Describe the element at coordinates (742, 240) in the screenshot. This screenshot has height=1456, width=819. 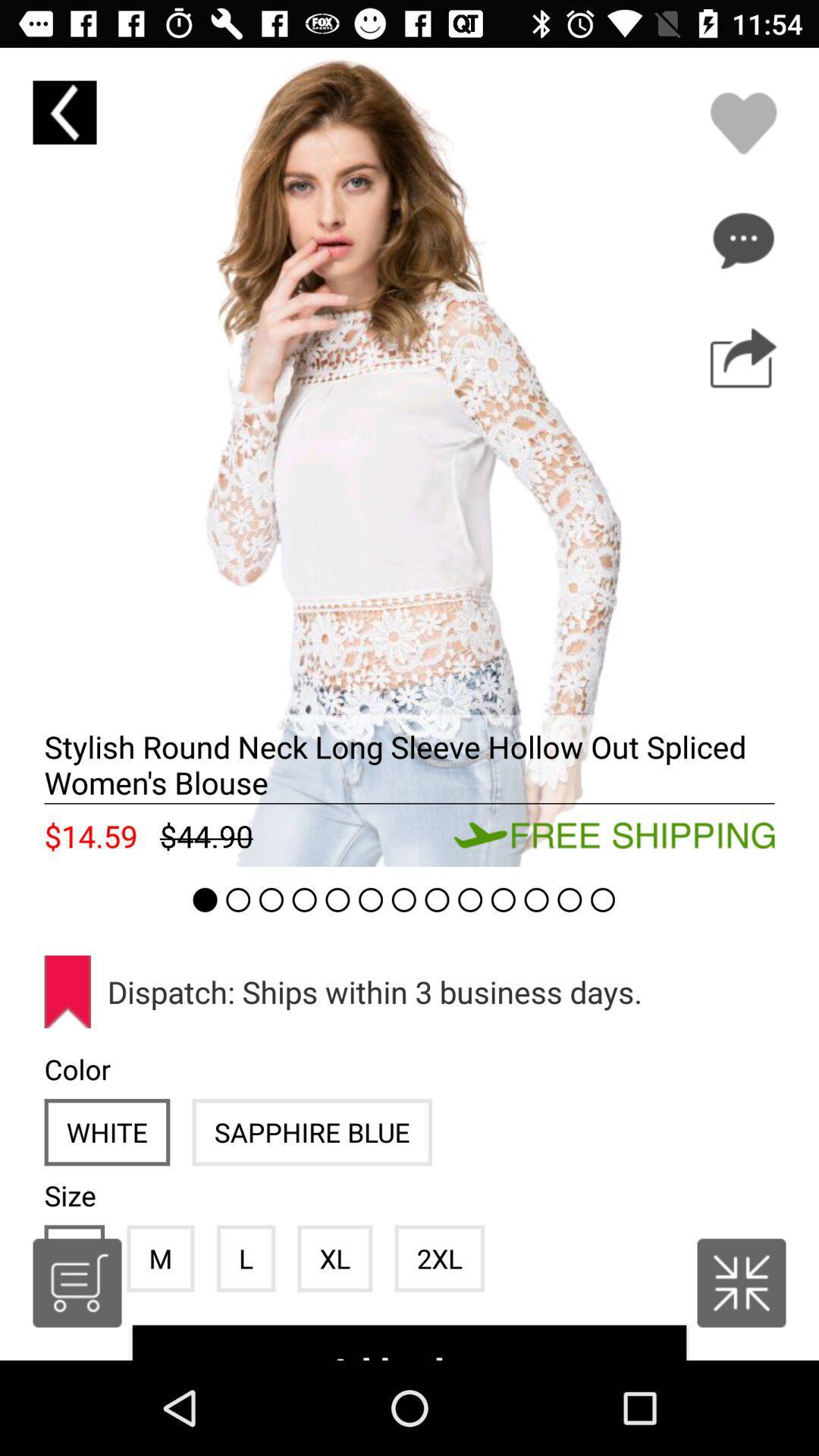
I see `the chat icon` at that location.